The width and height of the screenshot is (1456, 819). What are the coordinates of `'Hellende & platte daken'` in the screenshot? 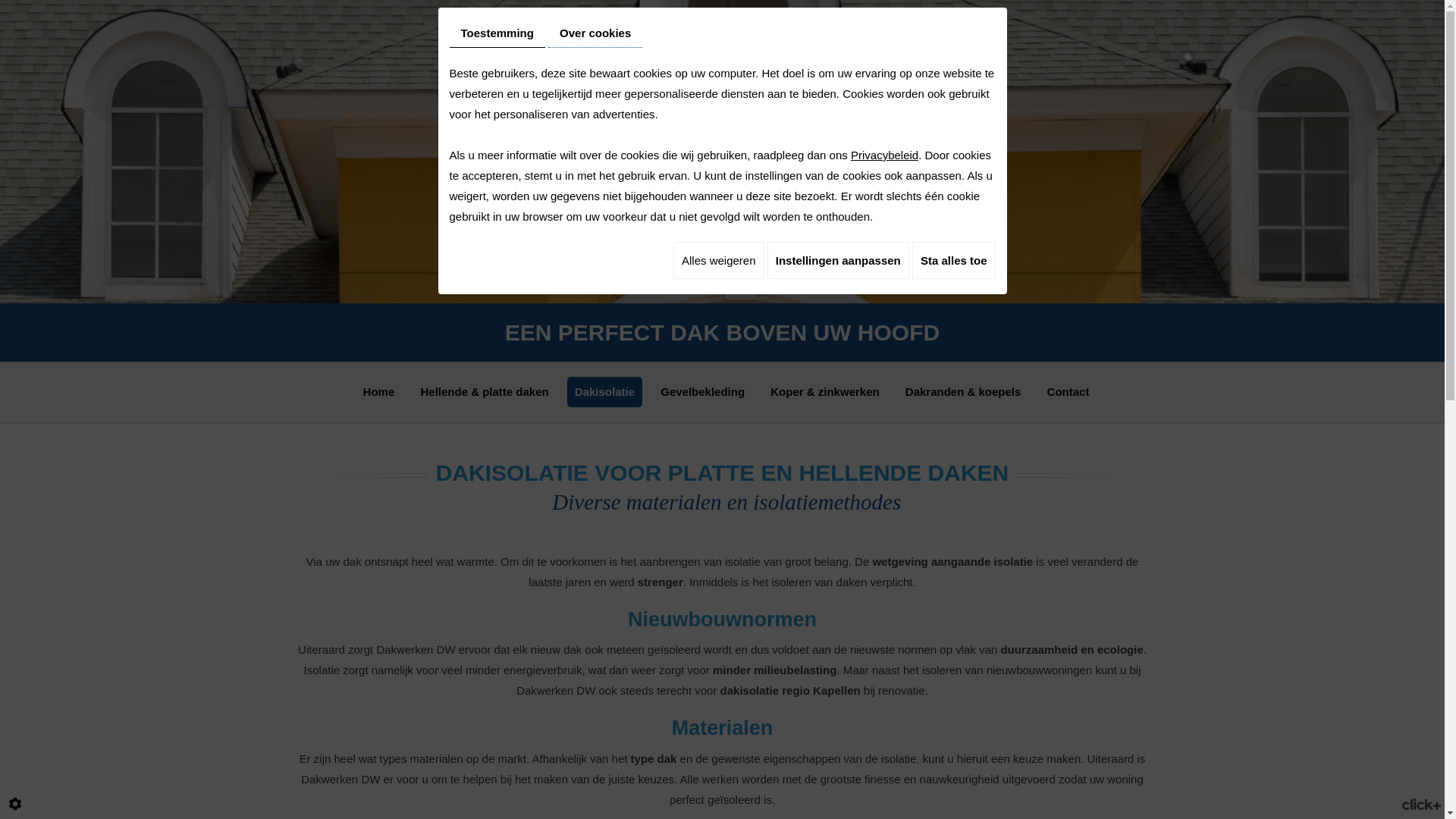 It's located at (412, 391).